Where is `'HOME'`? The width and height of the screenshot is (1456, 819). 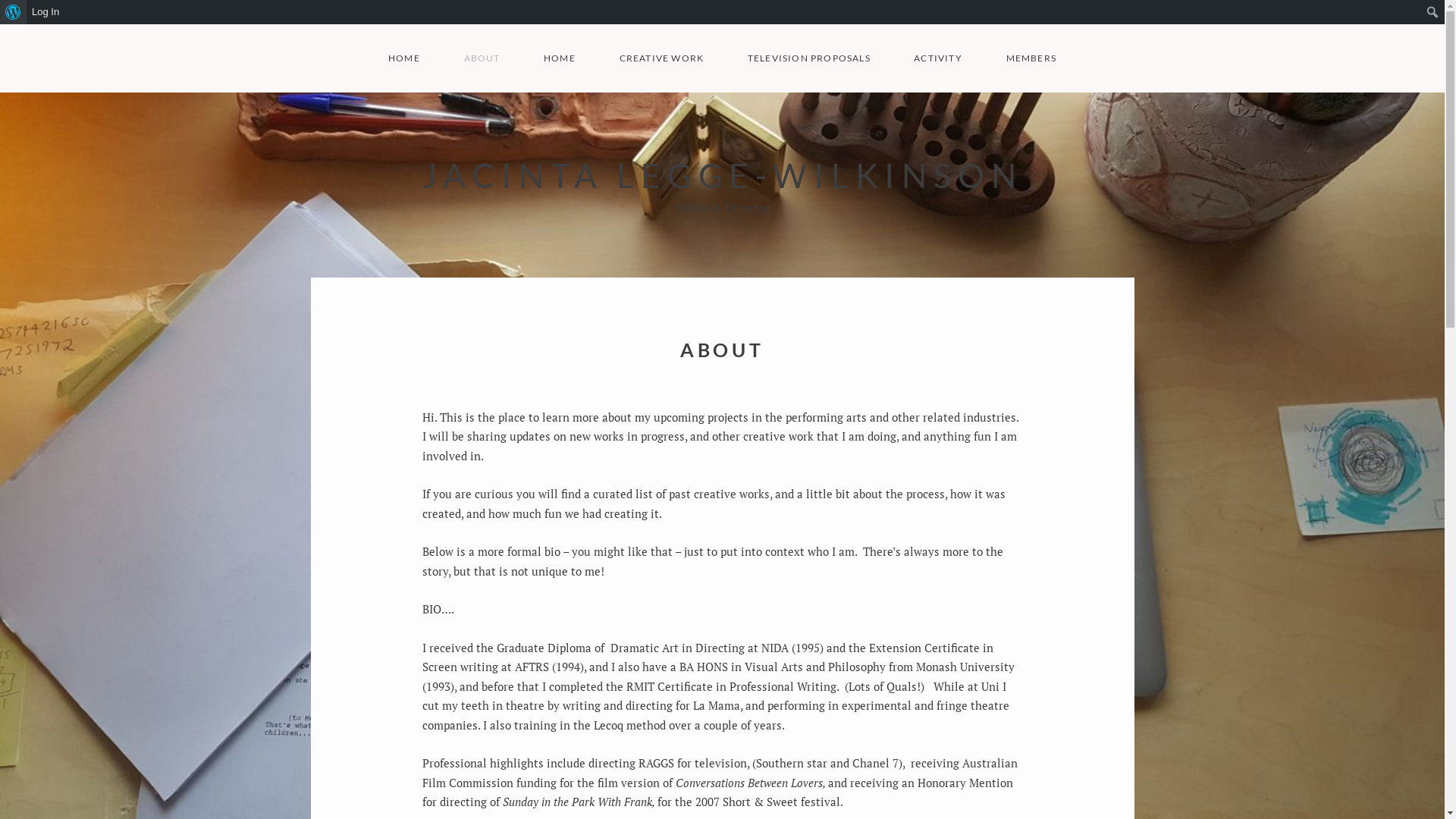
'HOME' is located at coordinates (403, 58).